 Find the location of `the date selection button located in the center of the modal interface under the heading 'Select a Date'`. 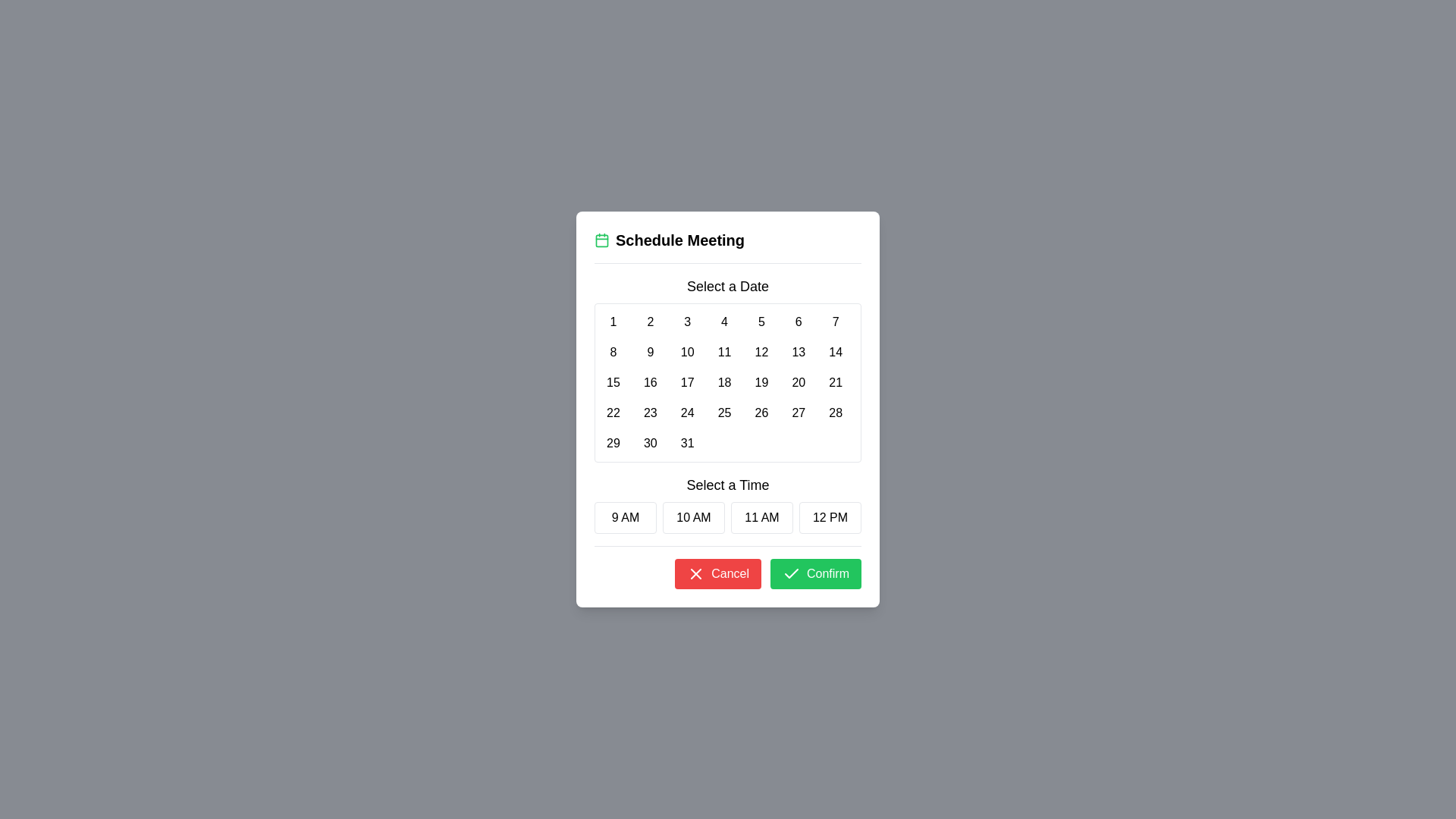

the date selection button located in the center of the modal interface under the heading 'Select a Date' is located at coordinates (686, 321).